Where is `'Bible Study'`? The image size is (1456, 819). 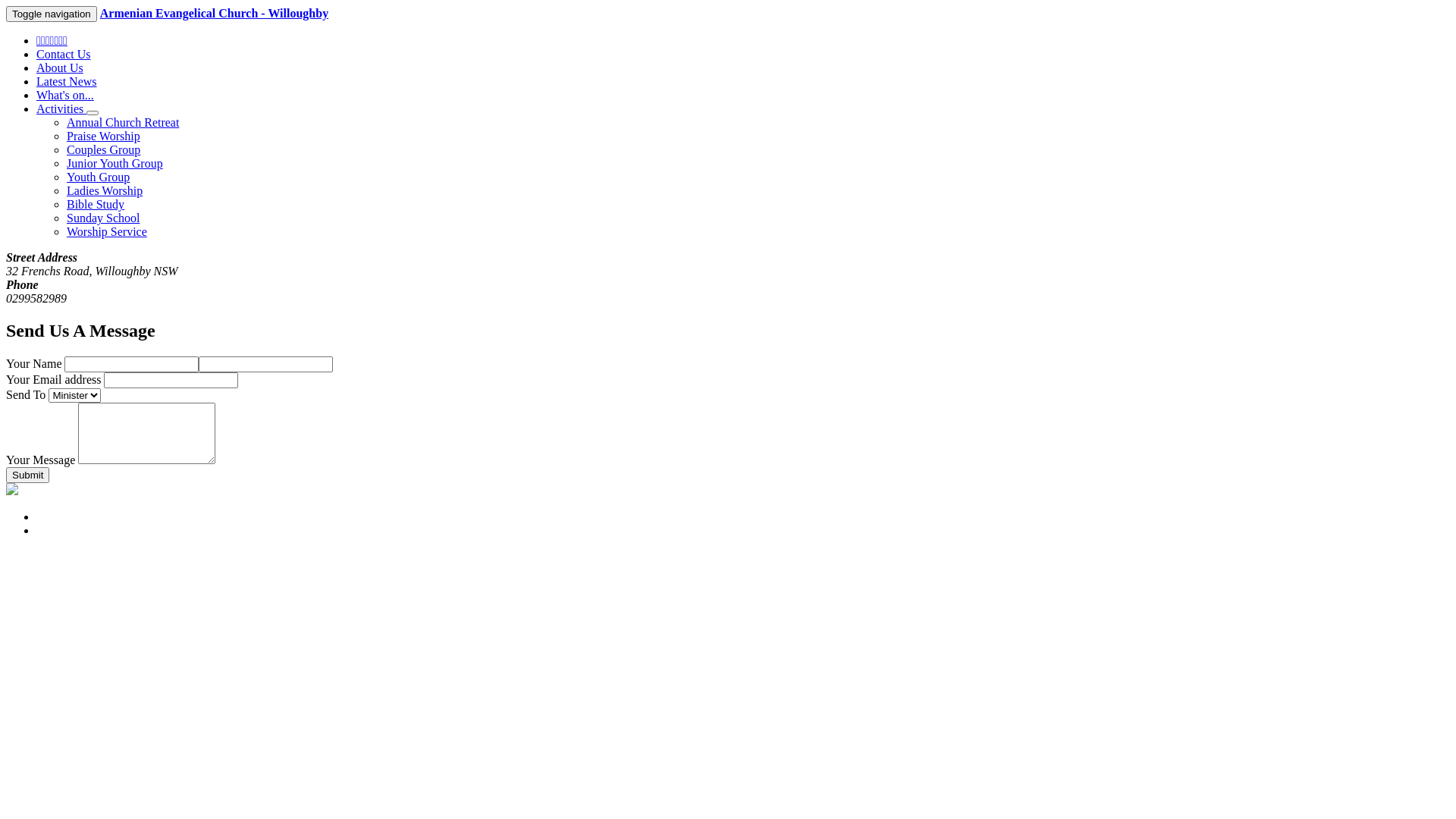 'Bible Study' is located at coordinates (94, 203).